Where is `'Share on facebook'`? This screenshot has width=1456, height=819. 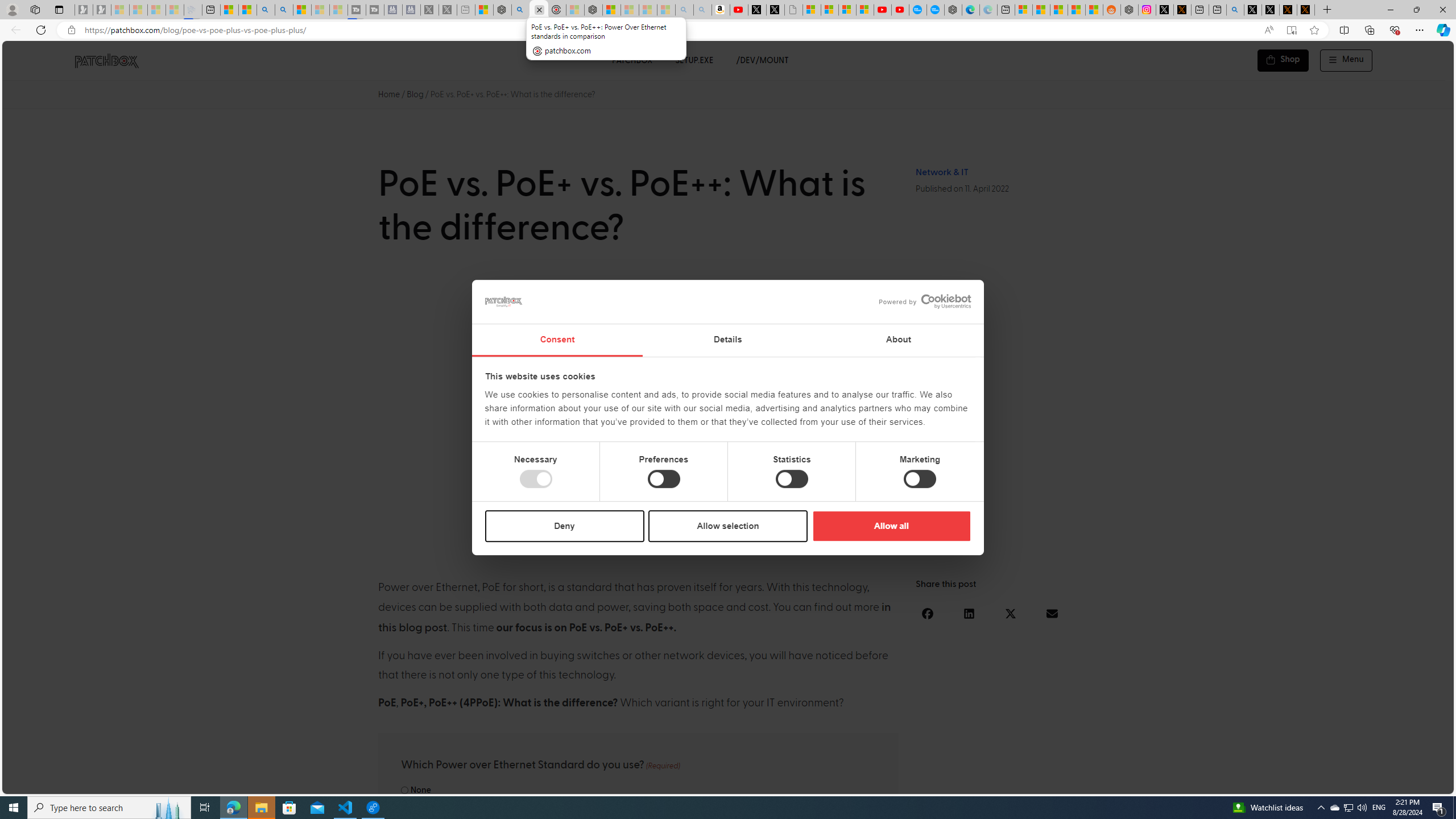 'Share on facebook' is located at coordinates (928, 614).